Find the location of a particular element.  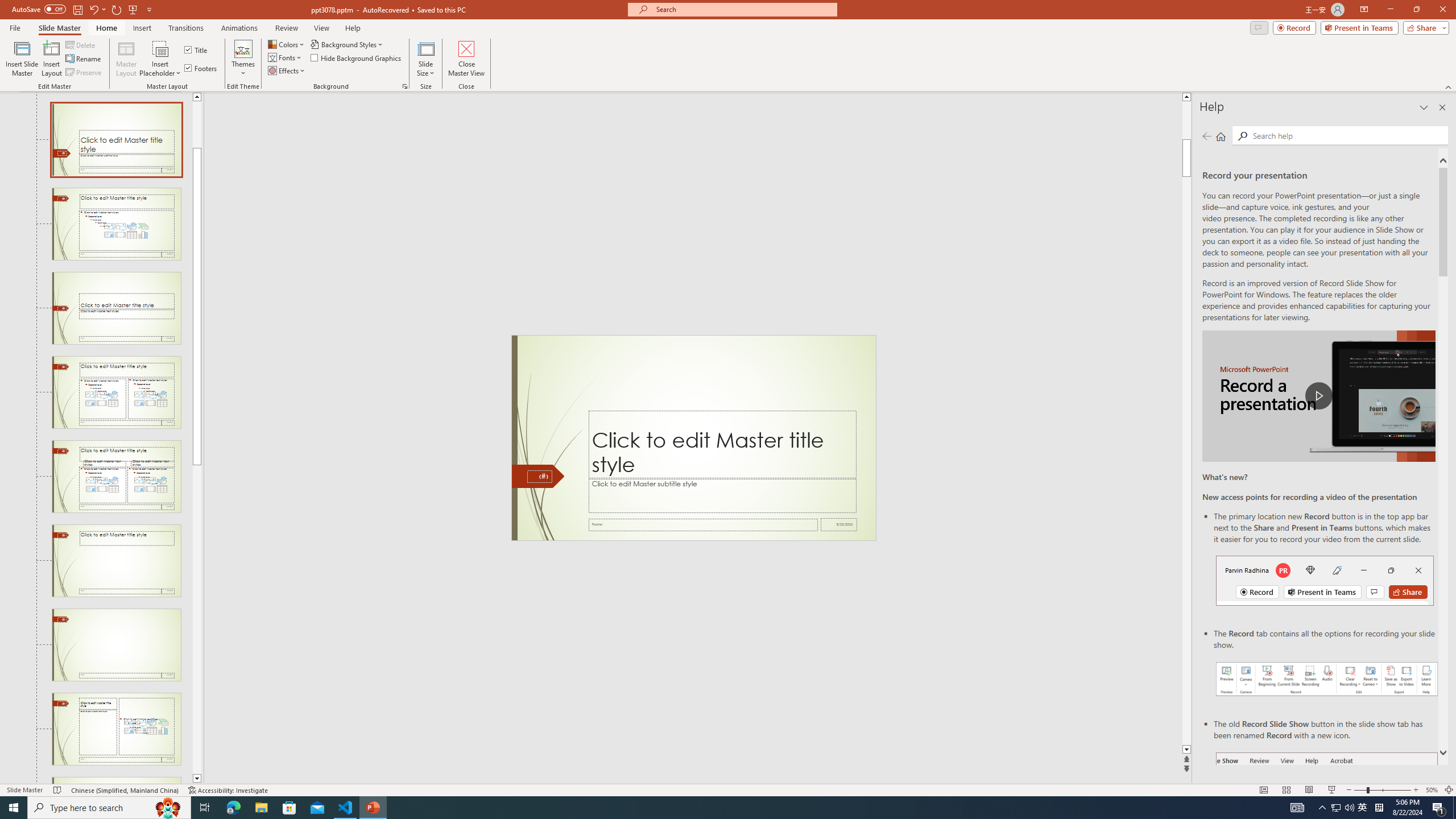

'Slide Title and Content Layout: used by no slides' is located at coordinates (115, 223).